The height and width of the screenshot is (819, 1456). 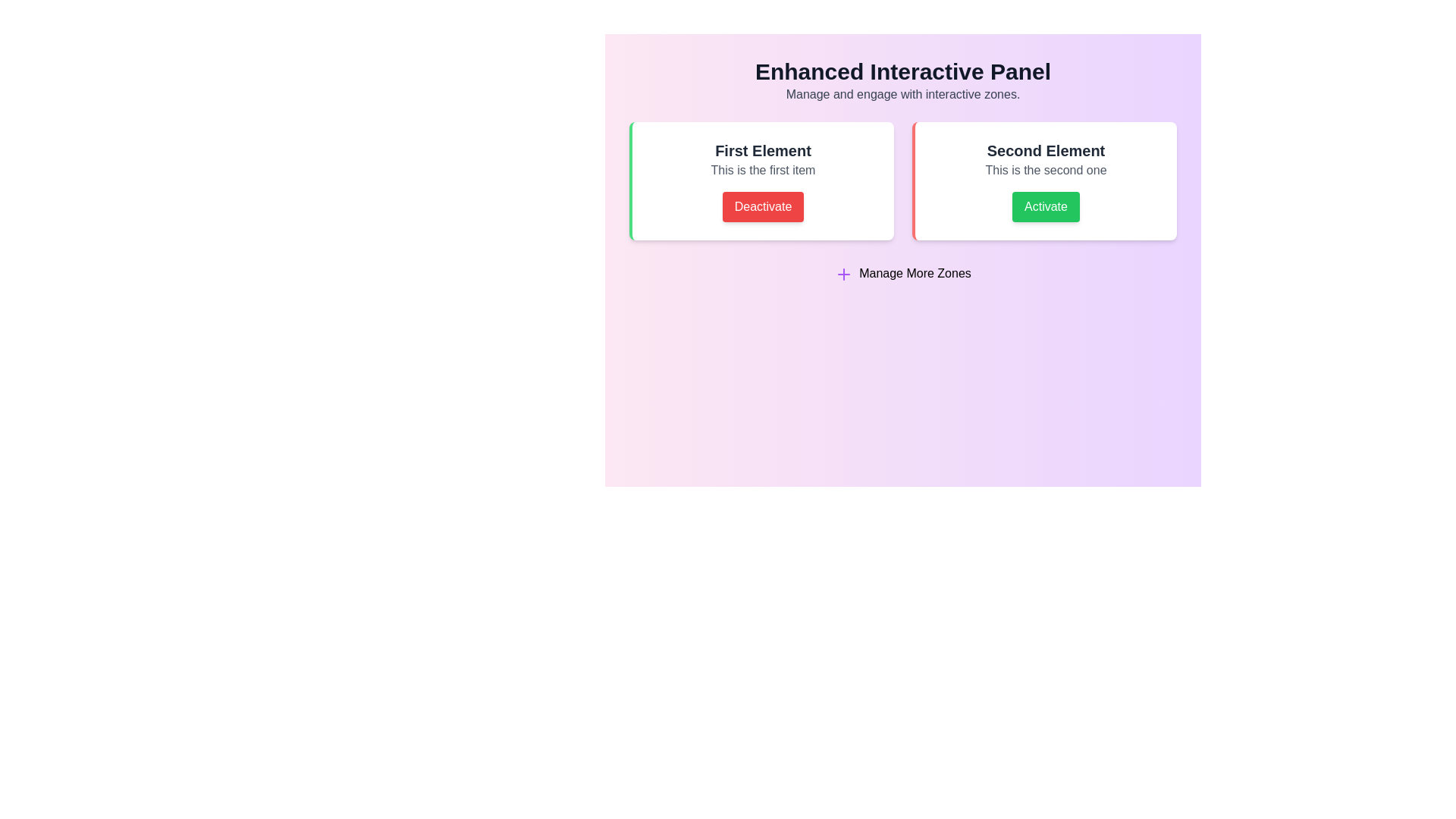 I want to click on the deactivation button located below the description 'This is the first item' within the 'First Element' panel, so click(x=763, y=207).